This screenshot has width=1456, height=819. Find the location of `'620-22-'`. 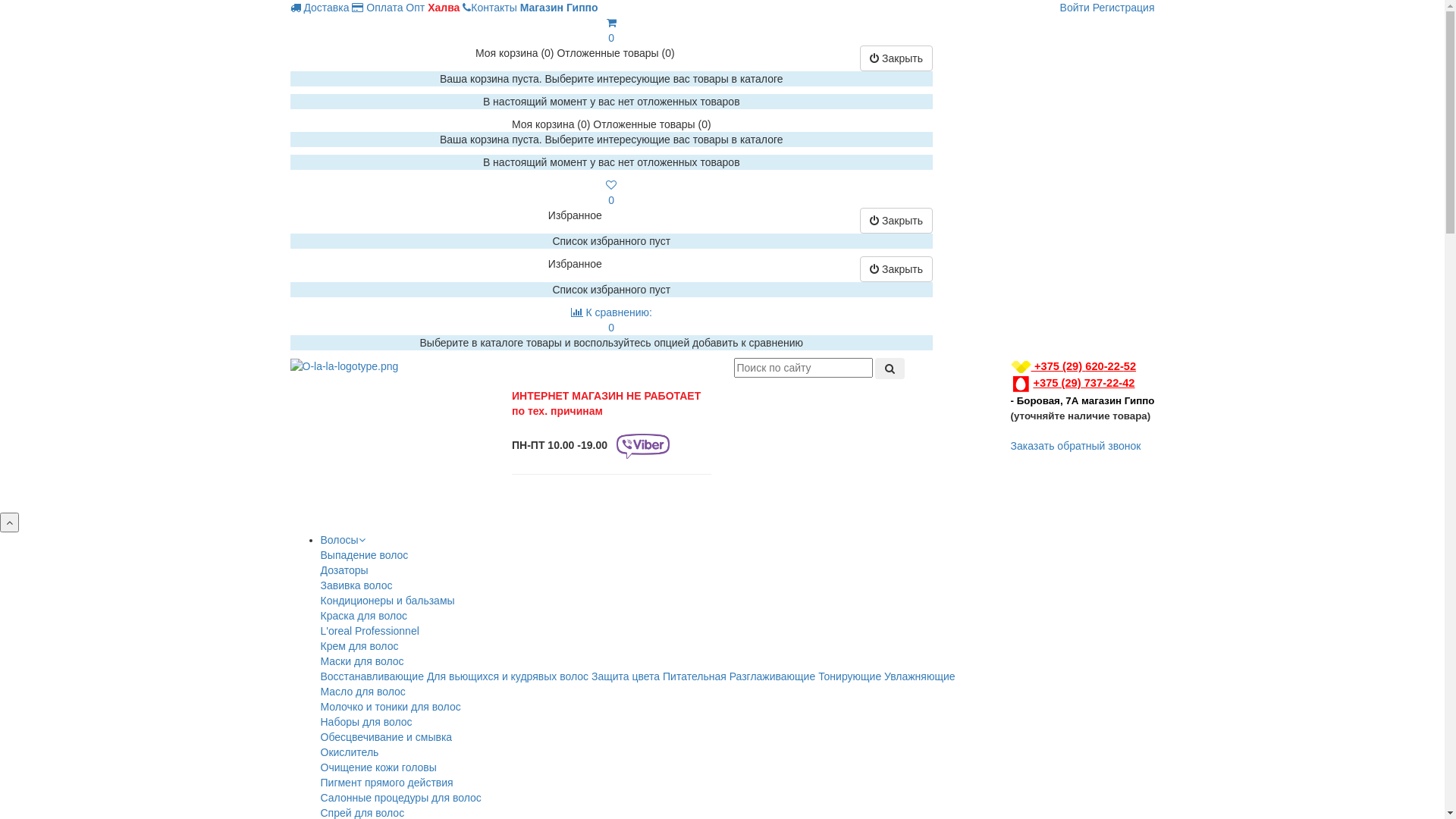

'620-22-' is located at coordinates (1104, 366).